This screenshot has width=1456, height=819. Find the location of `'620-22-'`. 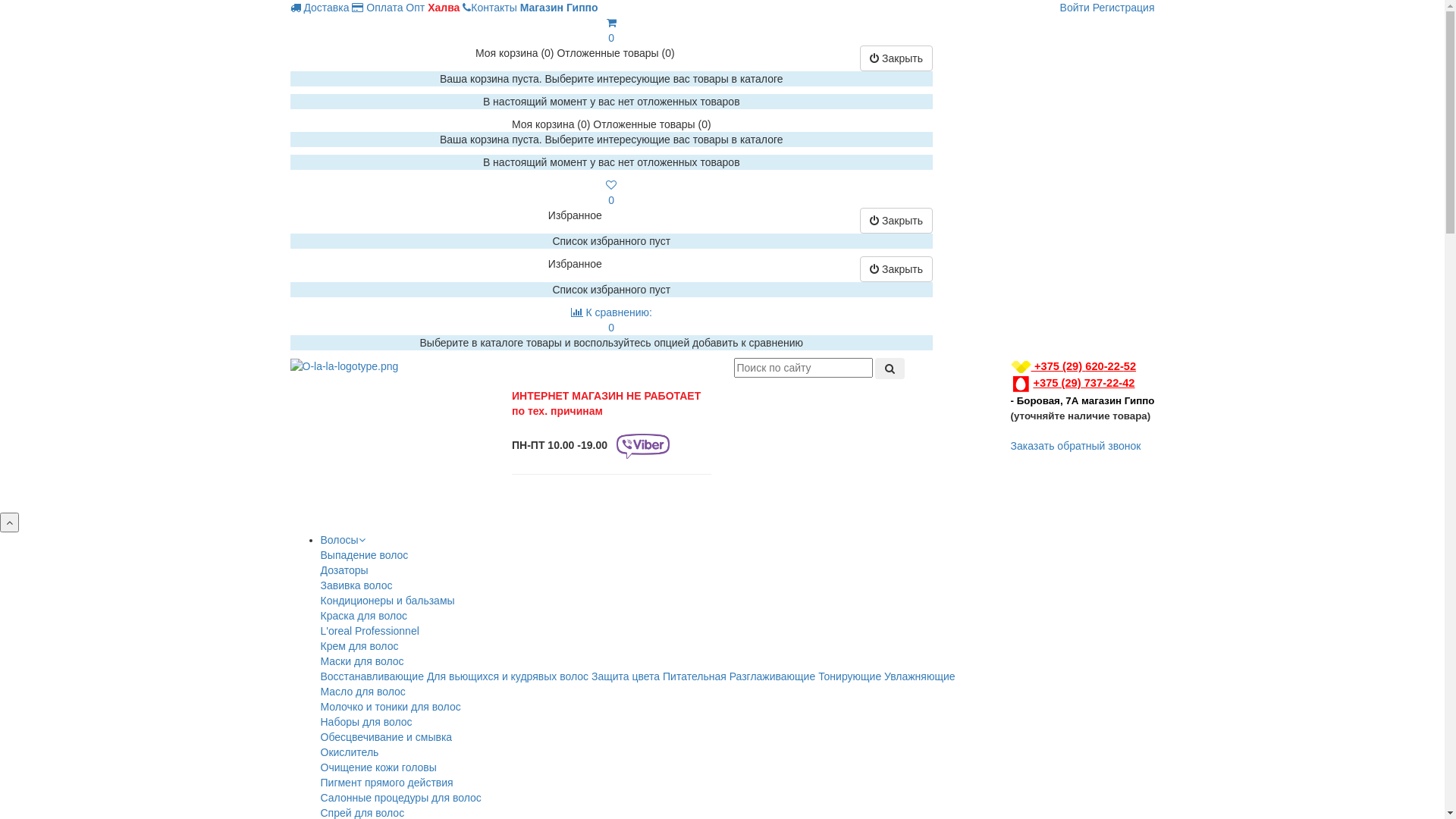

'620-22-' is located at coordinates (1104, 366).